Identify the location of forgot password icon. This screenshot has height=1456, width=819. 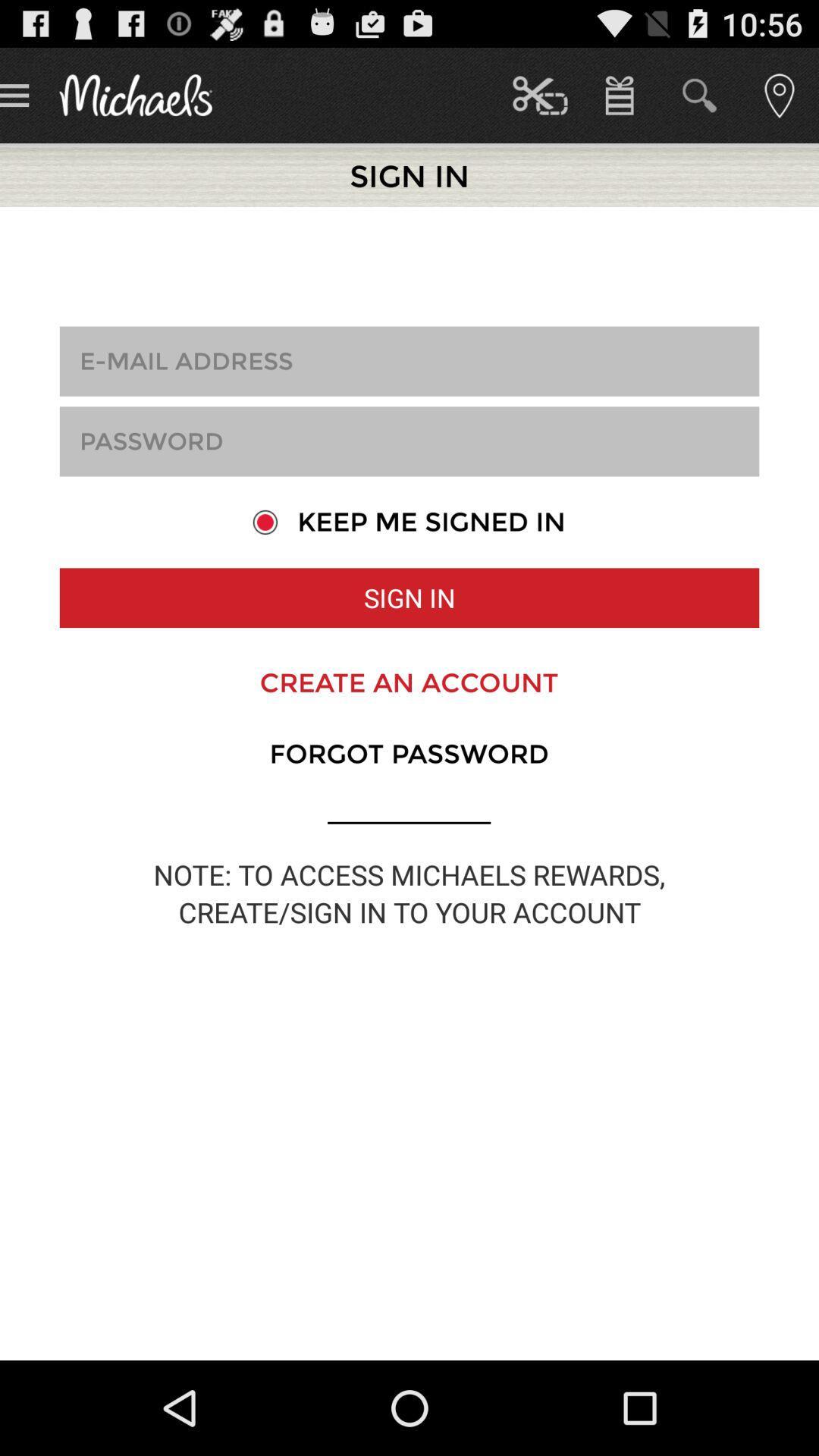
(408, 754).